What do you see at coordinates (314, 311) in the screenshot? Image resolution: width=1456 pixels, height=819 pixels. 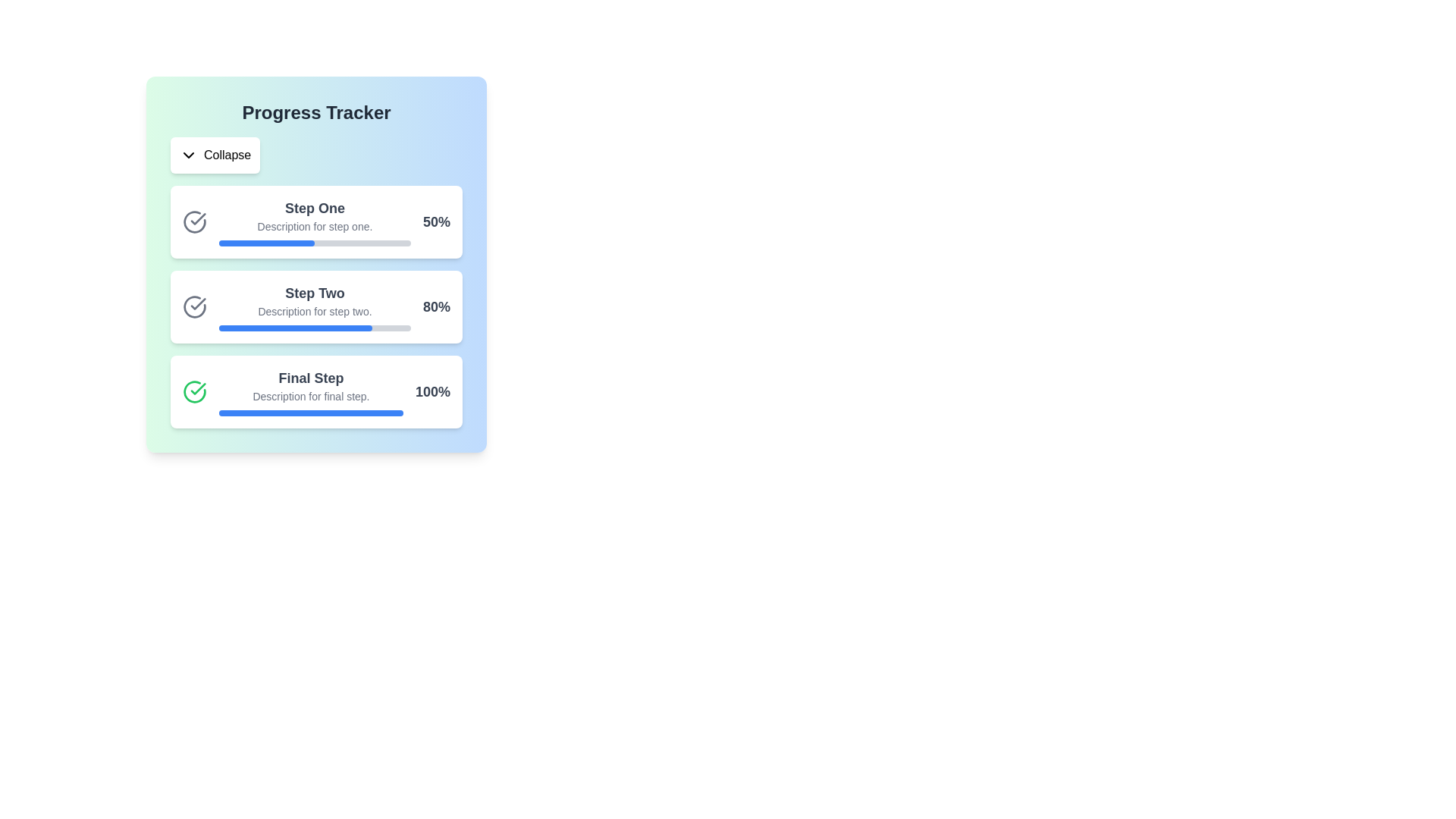 I see `properties of the descriptive text located in the 'Step Two' section of the progress tracker, positioned directly below the title 'Step Two' and above a progress bar` at bounding box center [314, 311].